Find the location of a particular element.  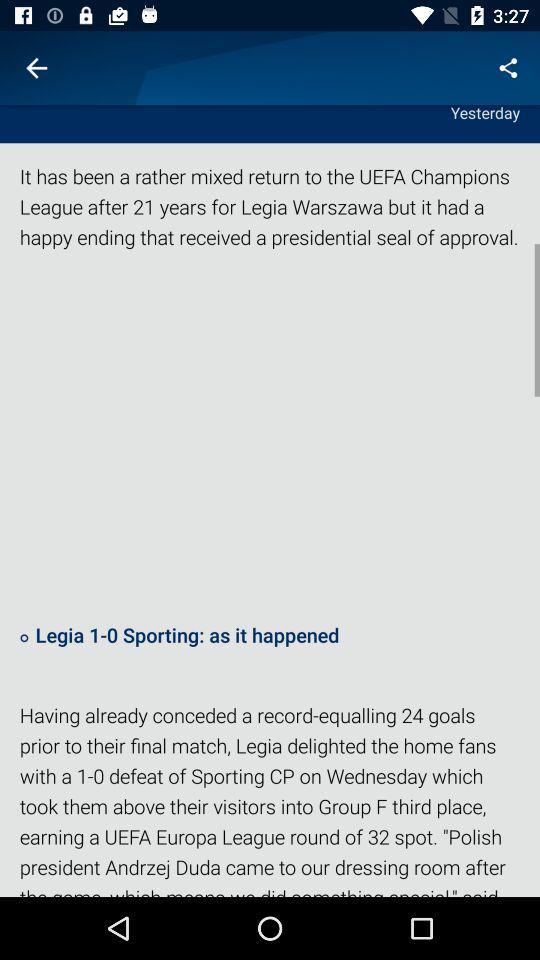

having already conceded icon is located at coordinates (270, 798).